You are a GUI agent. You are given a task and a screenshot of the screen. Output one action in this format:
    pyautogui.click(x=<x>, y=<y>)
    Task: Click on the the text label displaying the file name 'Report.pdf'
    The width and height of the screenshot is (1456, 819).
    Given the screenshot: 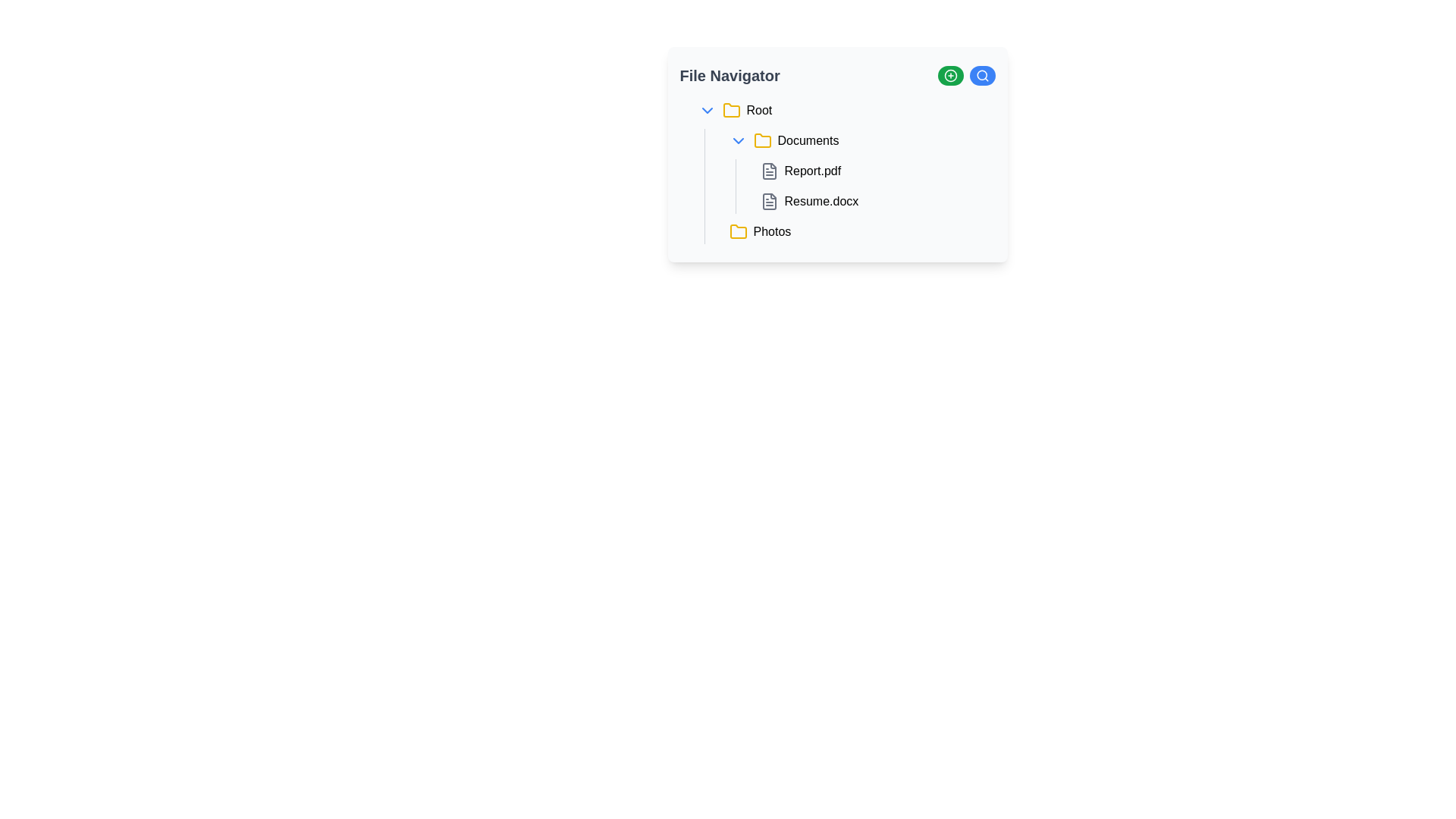 What is the action you would take?
    pyautogui.click(x=811, y=171)
    